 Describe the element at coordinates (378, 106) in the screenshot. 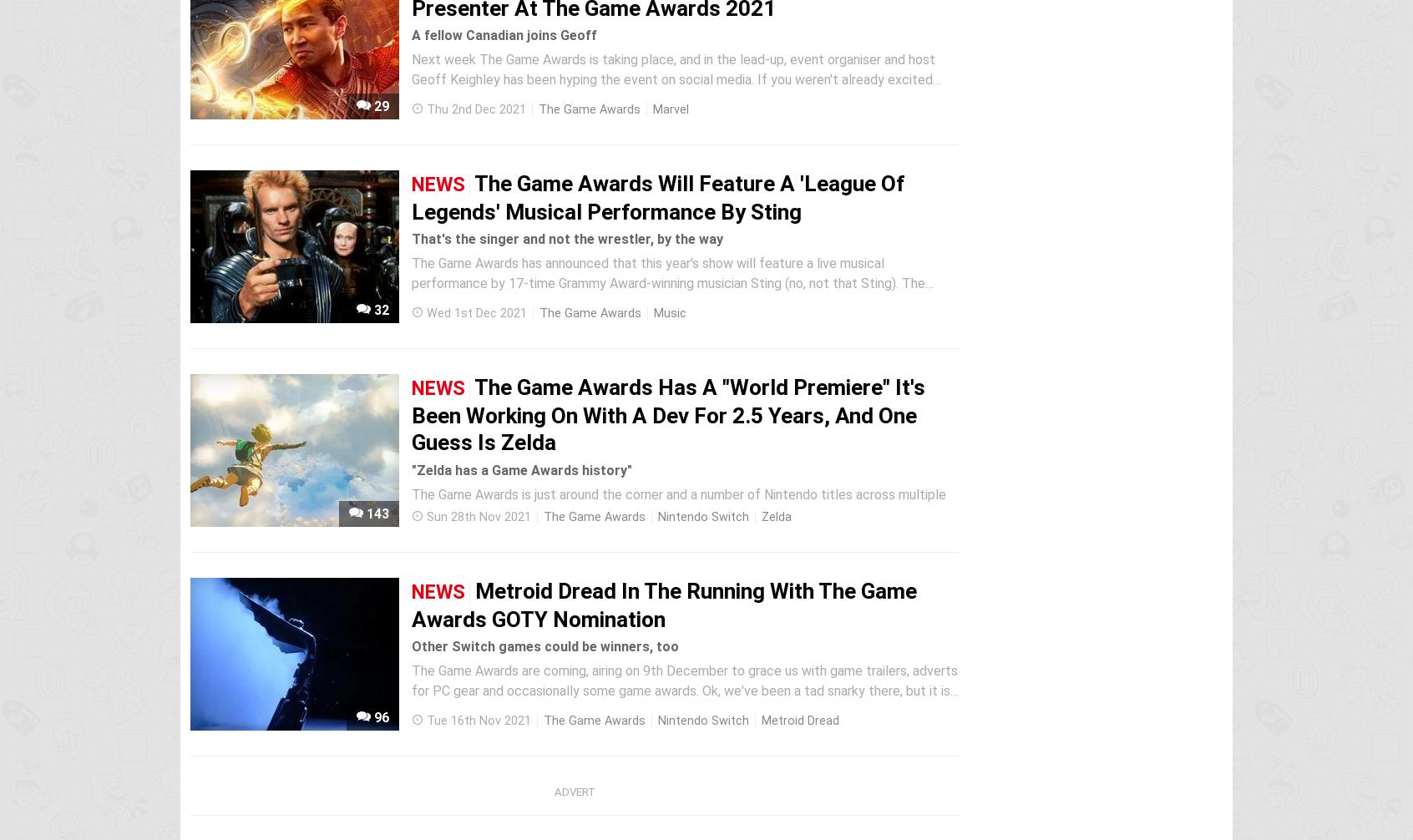

I see `'29'` at that location.